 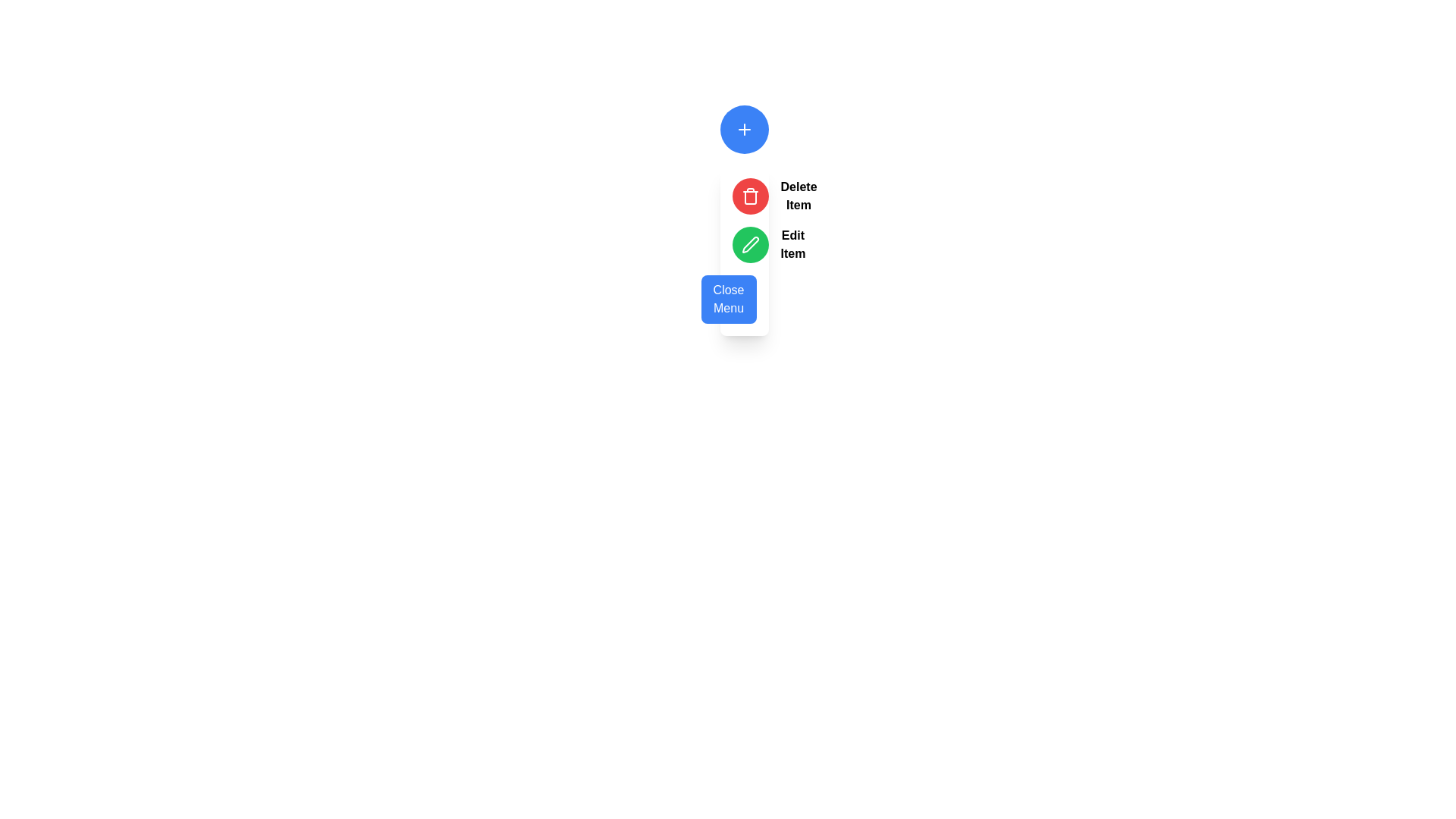 What do you see at coordinates (750, 244) in the screenshot?
I see `the green circular button with a pencil icon to initiate the edit action, which is the second button in a vertical stack, located beneath a red circular button with a trash bin icon` at bounding box center [750, 244].